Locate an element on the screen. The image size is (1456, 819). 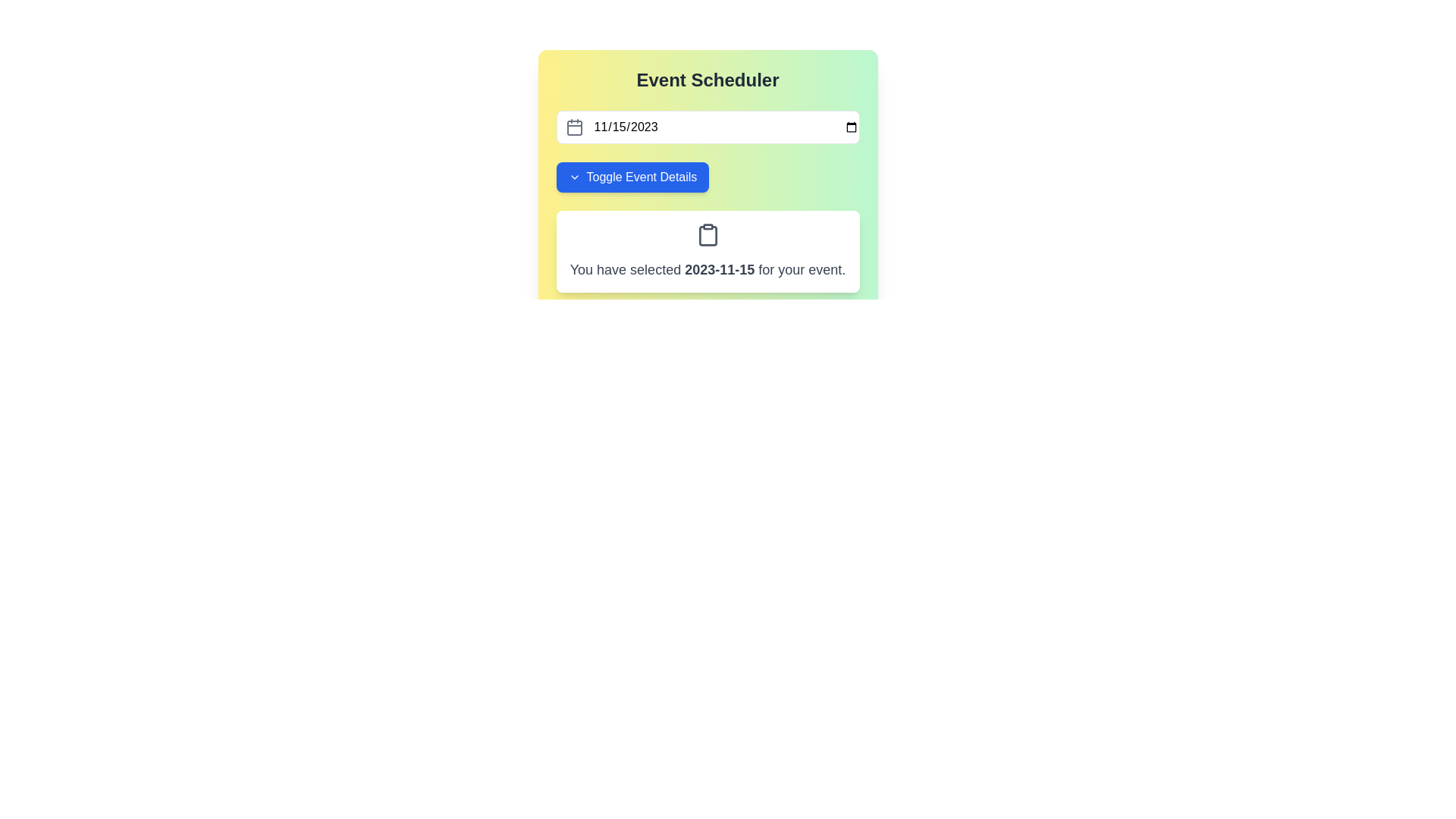
the blue button labeled 'Toggle Event Details' located below the date picker in the 'Event Scheduler' card is located at coordinates (632, 177).